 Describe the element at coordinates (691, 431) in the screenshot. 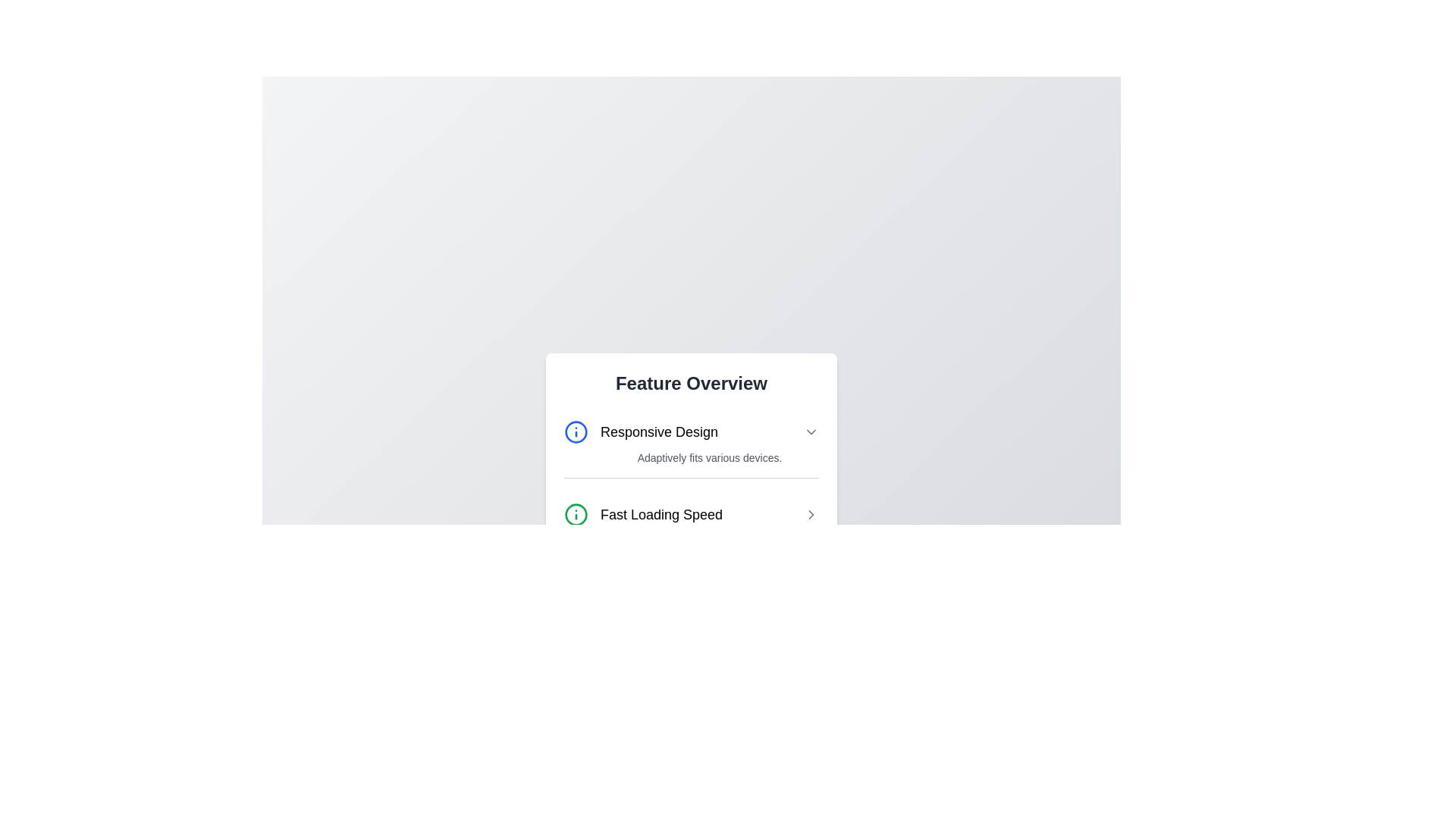

I see `the 'Responsive Design' expandable list item header` at that location.